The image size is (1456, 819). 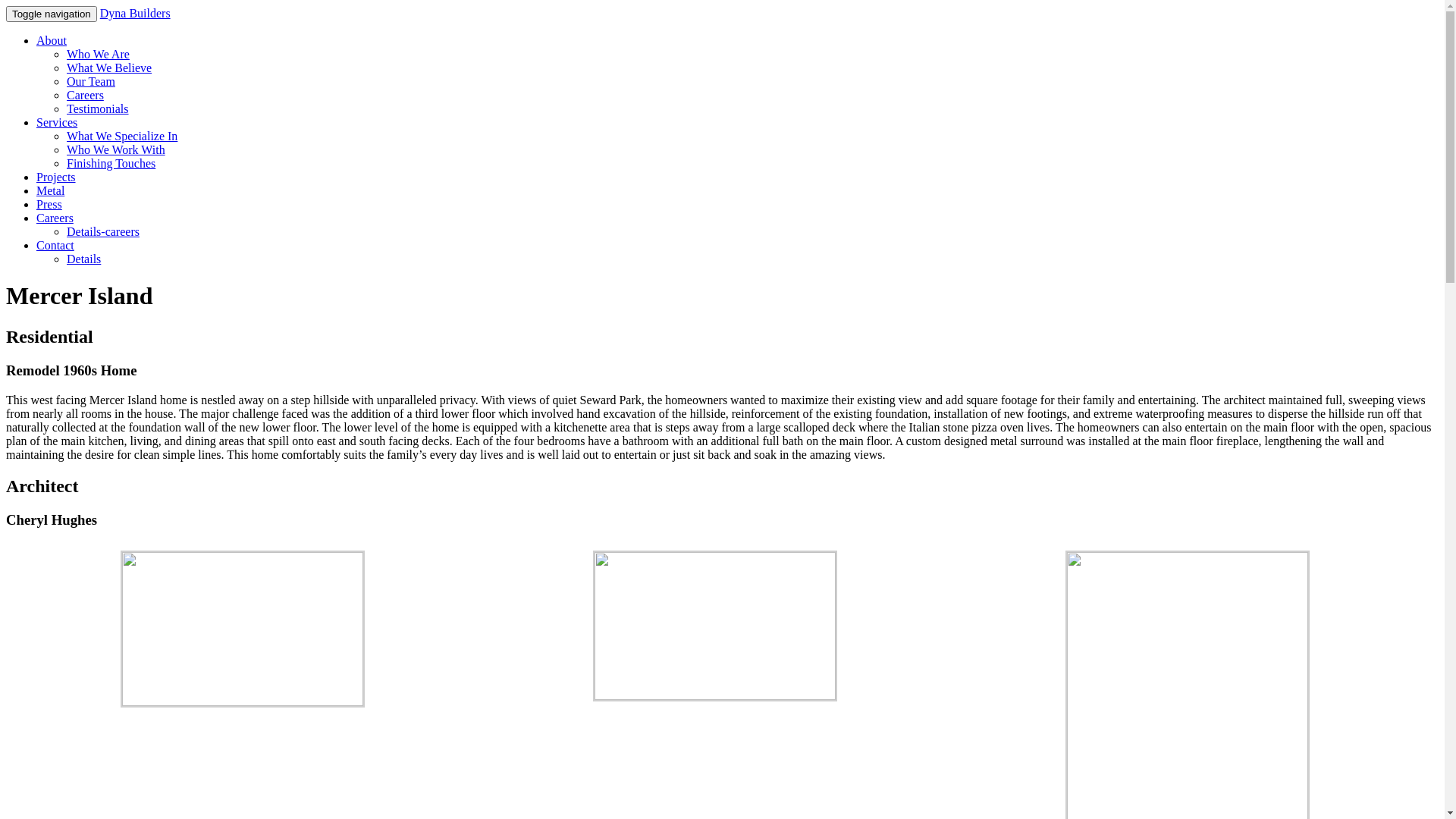 What do you see at coordinates (65, 108) in the screenshot?
I see `'Testimonials'` at bounding box center [65, 108].